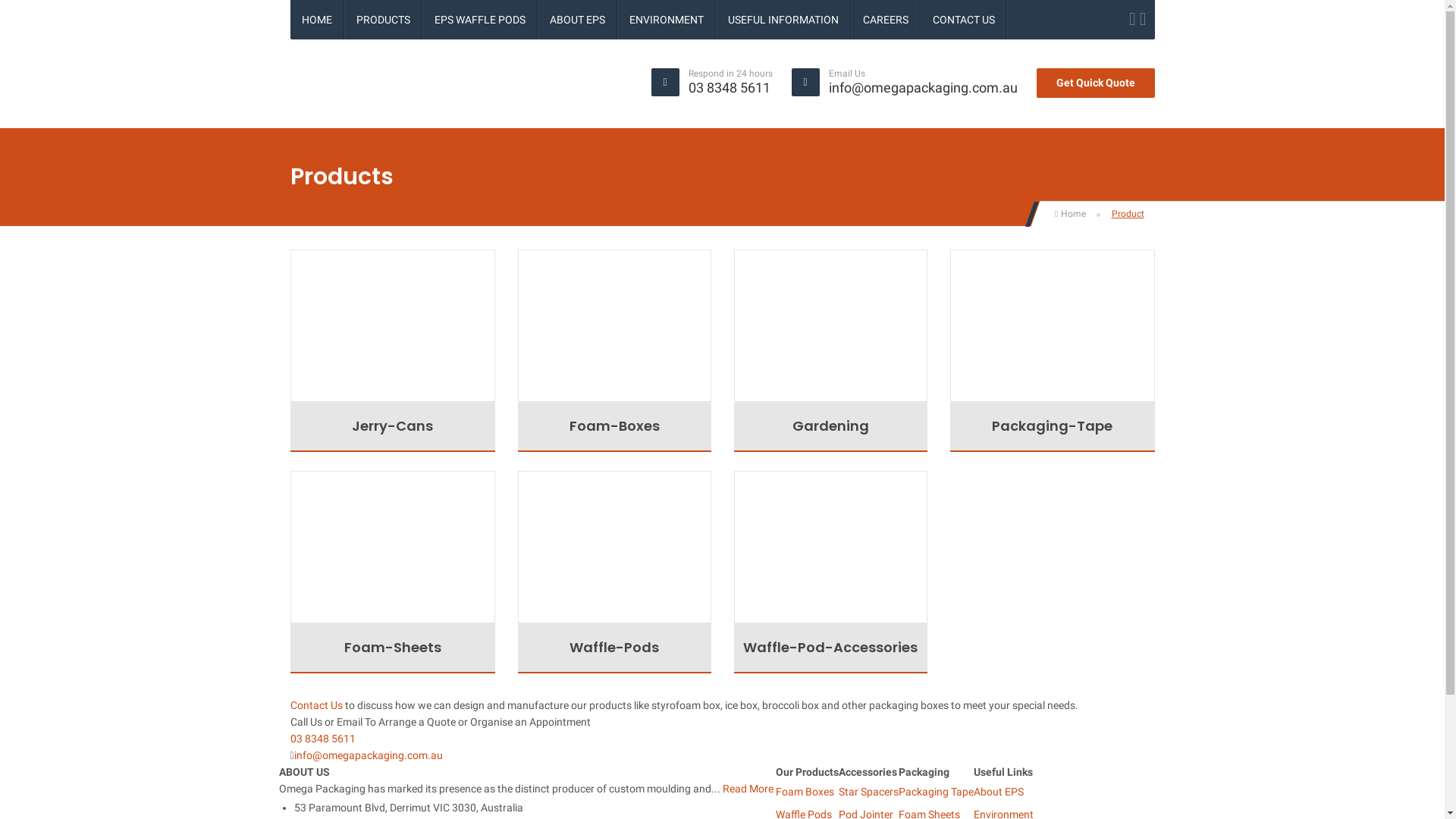 The width and height of the screenshot is (1456, 819). Describe the element at coordinates (803, 791) in the screenshot. I see `'Foam Boxes'` at that location.